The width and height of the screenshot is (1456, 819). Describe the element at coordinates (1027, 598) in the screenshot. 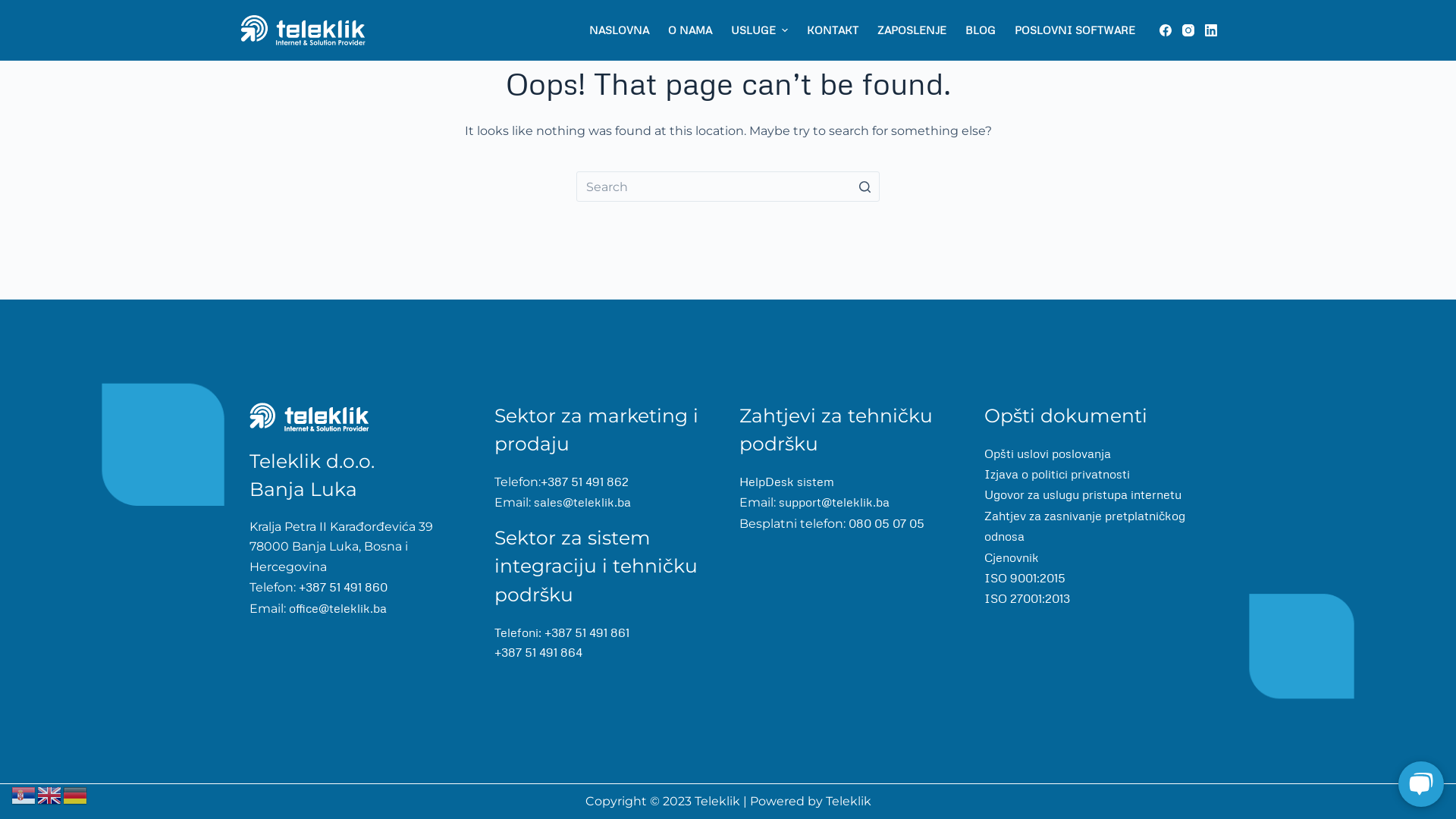

I see `'ISO 27001:2013'` at that location.